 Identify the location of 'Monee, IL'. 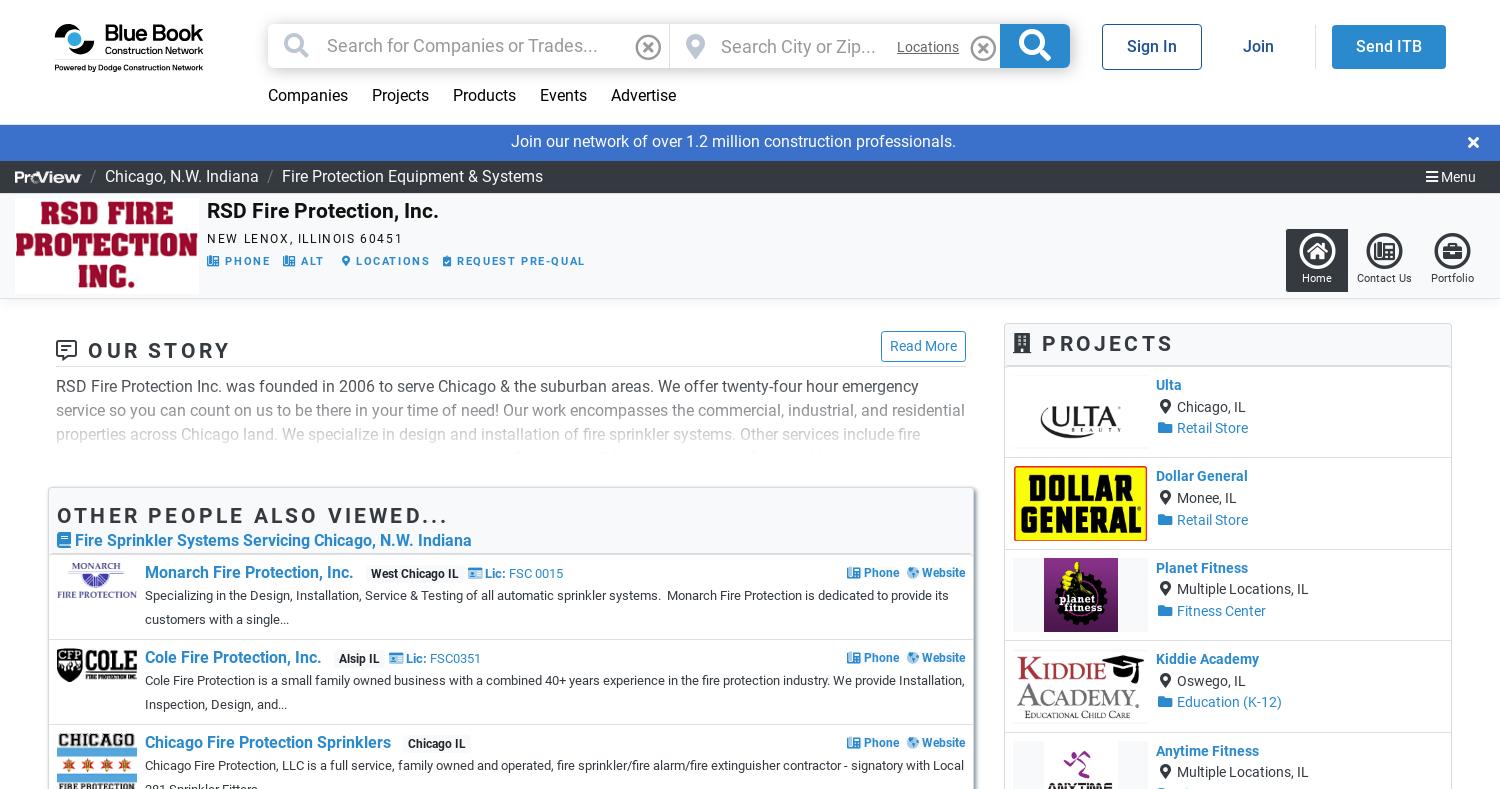
(1204, 496).